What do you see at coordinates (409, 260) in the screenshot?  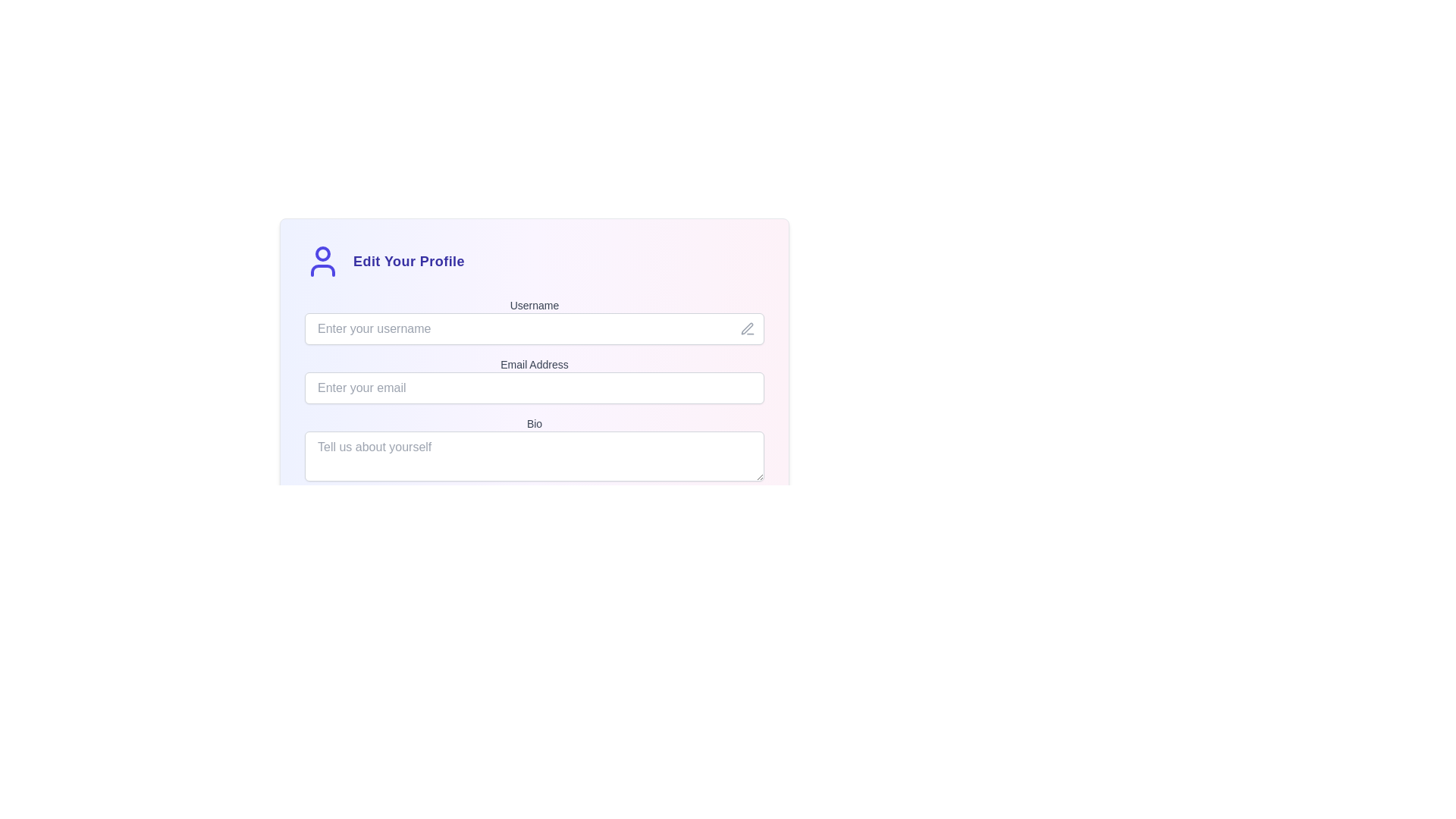 I see `the label that serves as the heading for the profile editing section, located on the upper left side of the form interface, adjacent to the user profile icon` at bounding box center [409, 260].